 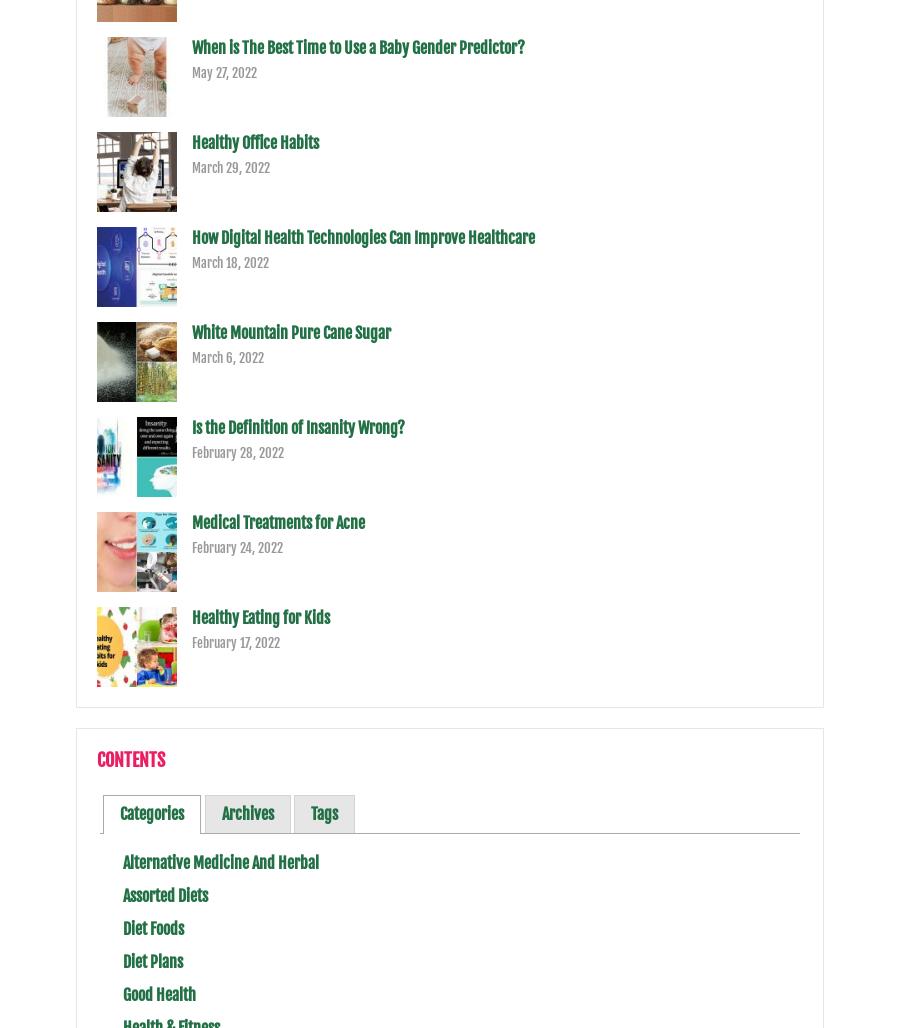 I want to click on 'Diet Foods', so click(x=152, y=927).